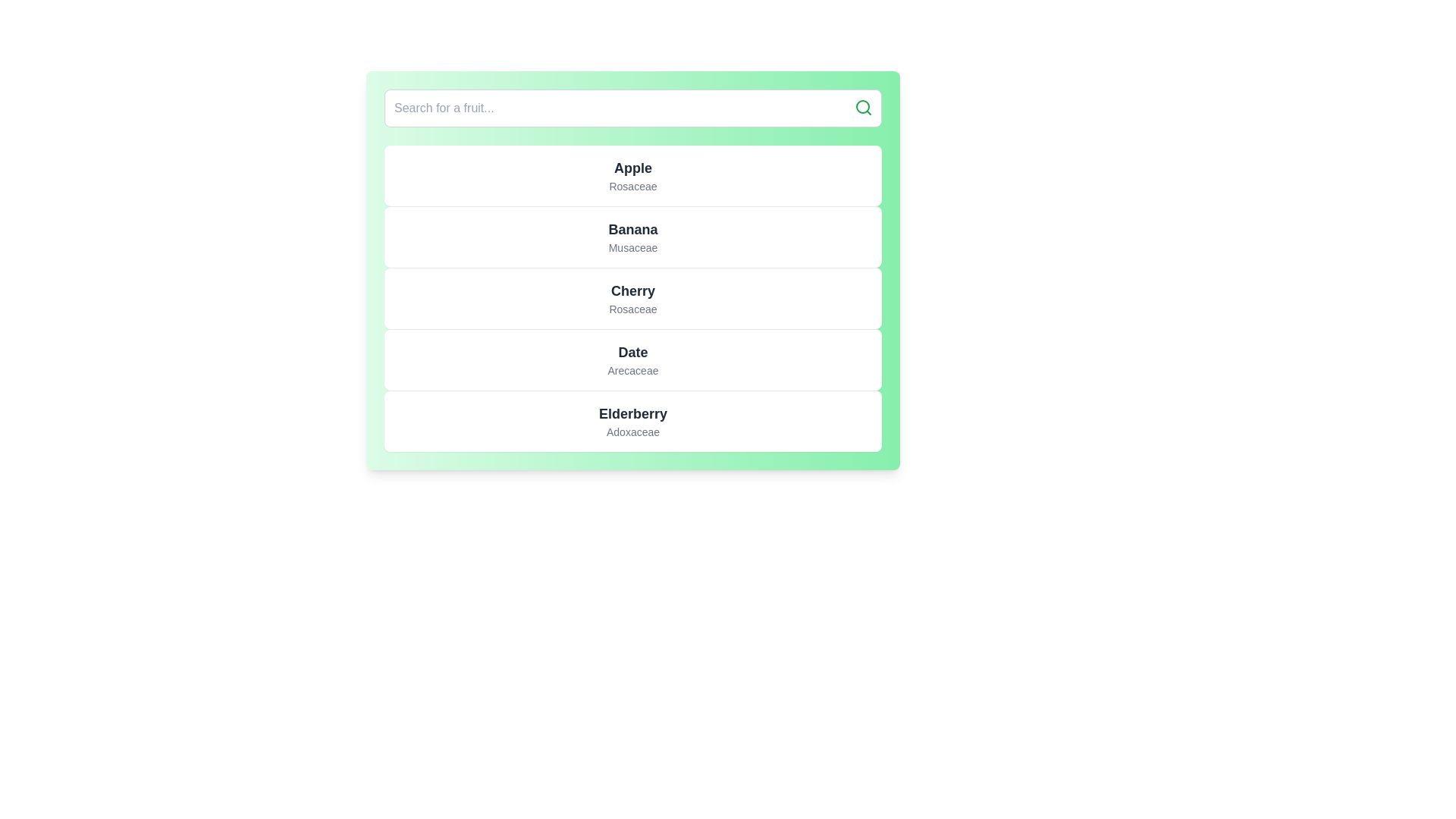  What do you see at coordinates (633, 309) in the screenshot?
I see `the text element that provides additional descriptive information about the header 'Cherry', located within the third card in a vertically stacked list` at bounding box center [633, 309].